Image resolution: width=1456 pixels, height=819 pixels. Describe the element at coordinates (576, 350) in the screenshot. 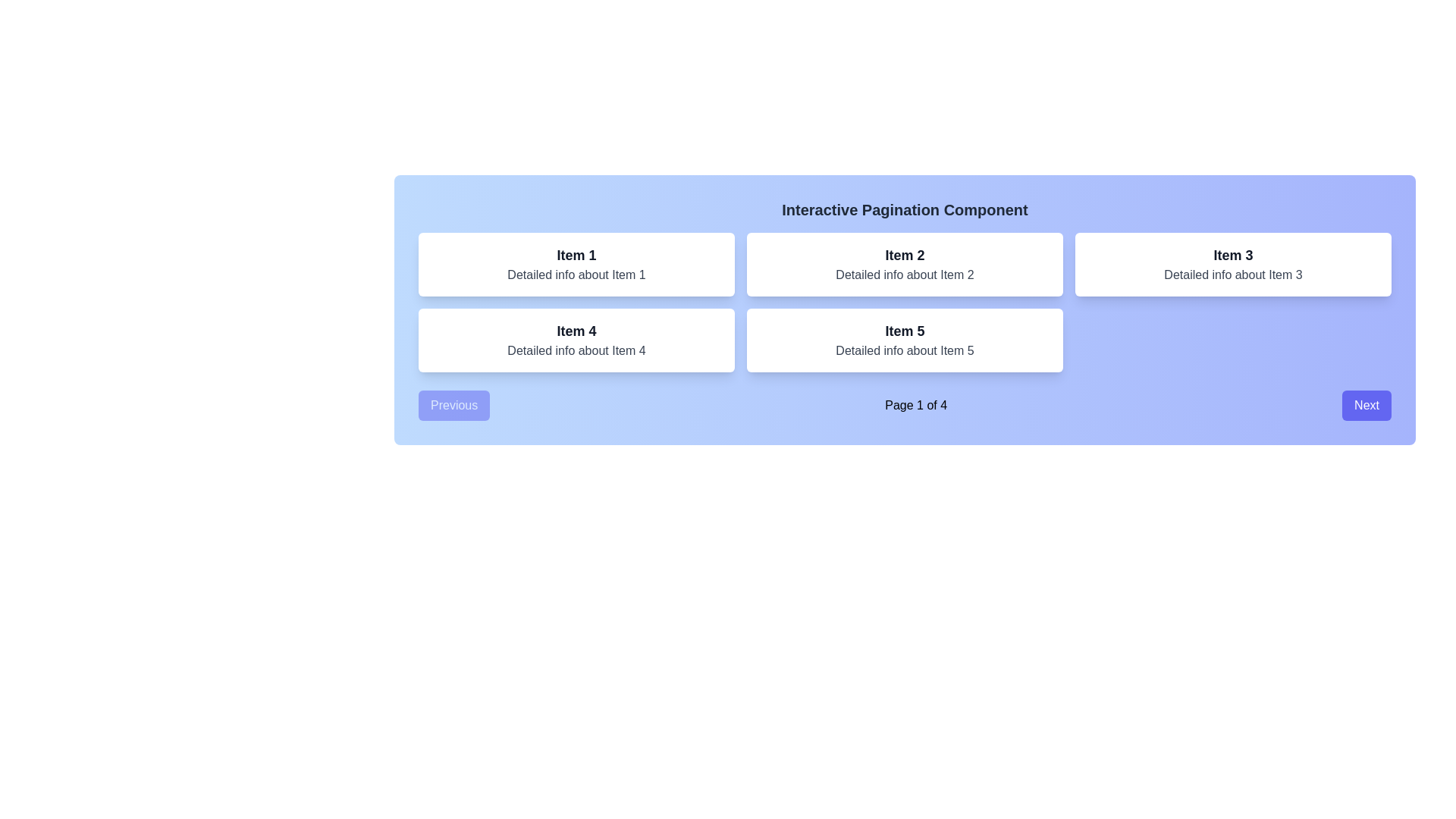

I see `the text label providing additional descriptive information about 'Item 4', which is located inside the white card titled 'Item 4' in the lower-left quadrant of a 2x3 grid structure` at that location.